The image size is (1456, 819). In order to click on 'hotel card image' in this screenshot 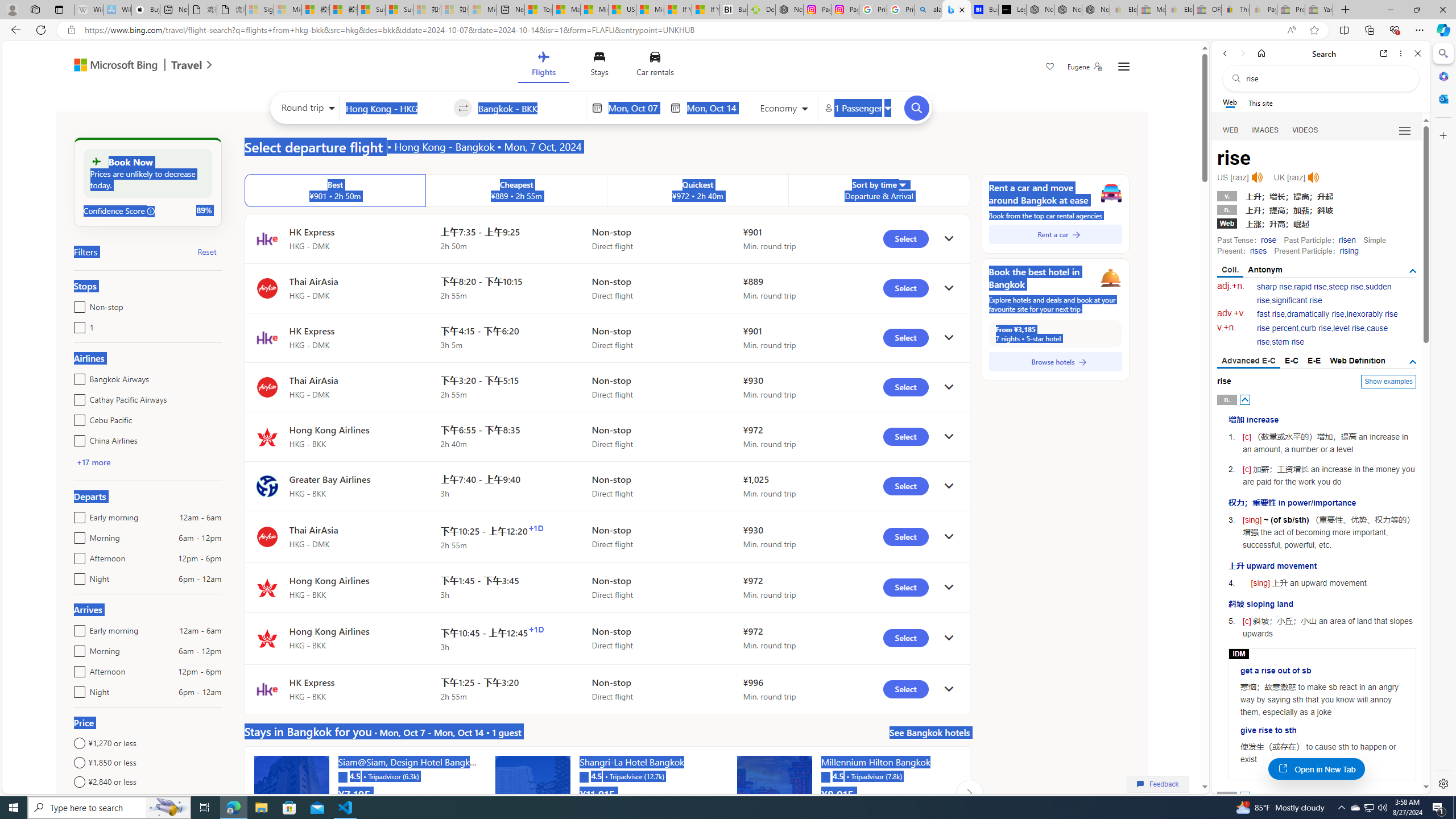, I will do `click(774, 793)`.